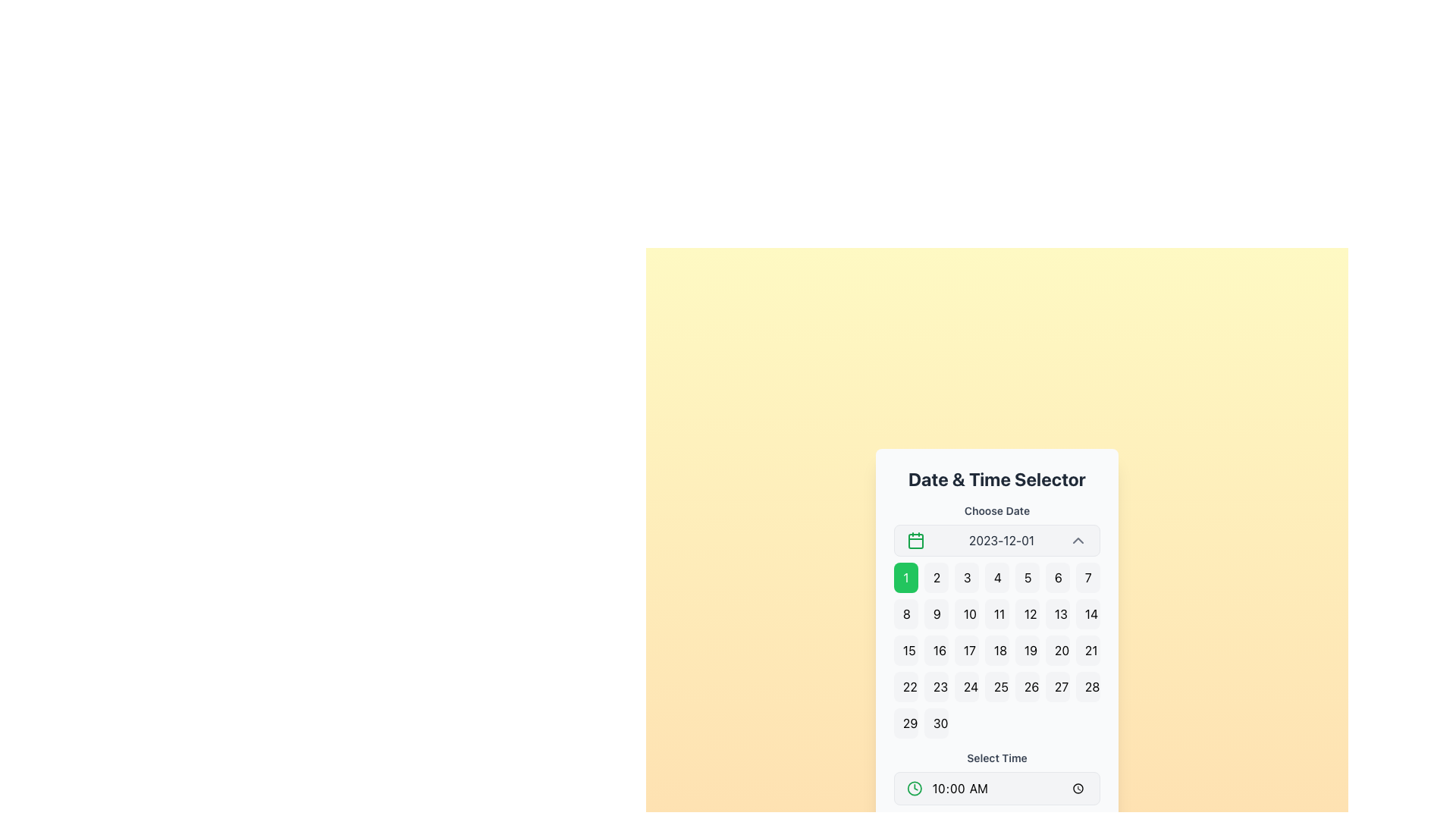 Image resolution: width=1456 pixels, height=819 pixels. Describe the element at coordinates (1027, 649) in the screenshot. I see `the fifth button in the third row of the 'Date & Time Selector' interface which allows the user to select '19' as the day in the calendar component` at that location.